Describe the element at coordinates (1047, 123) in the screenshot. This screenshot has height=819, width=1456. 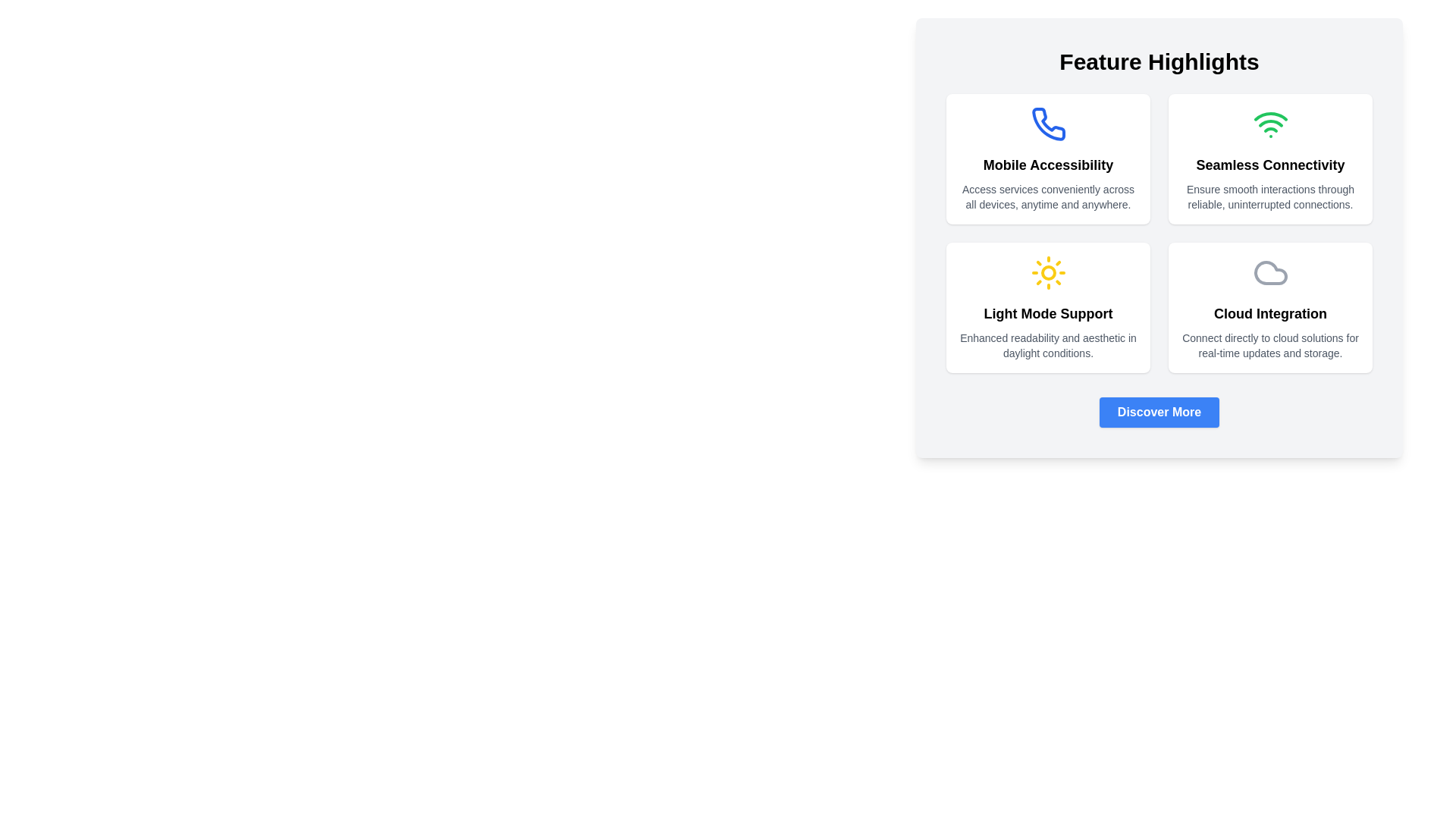
I see `the blue telephone handset icon located in the 'Mobile Accessibility' section of the interface` at that location.